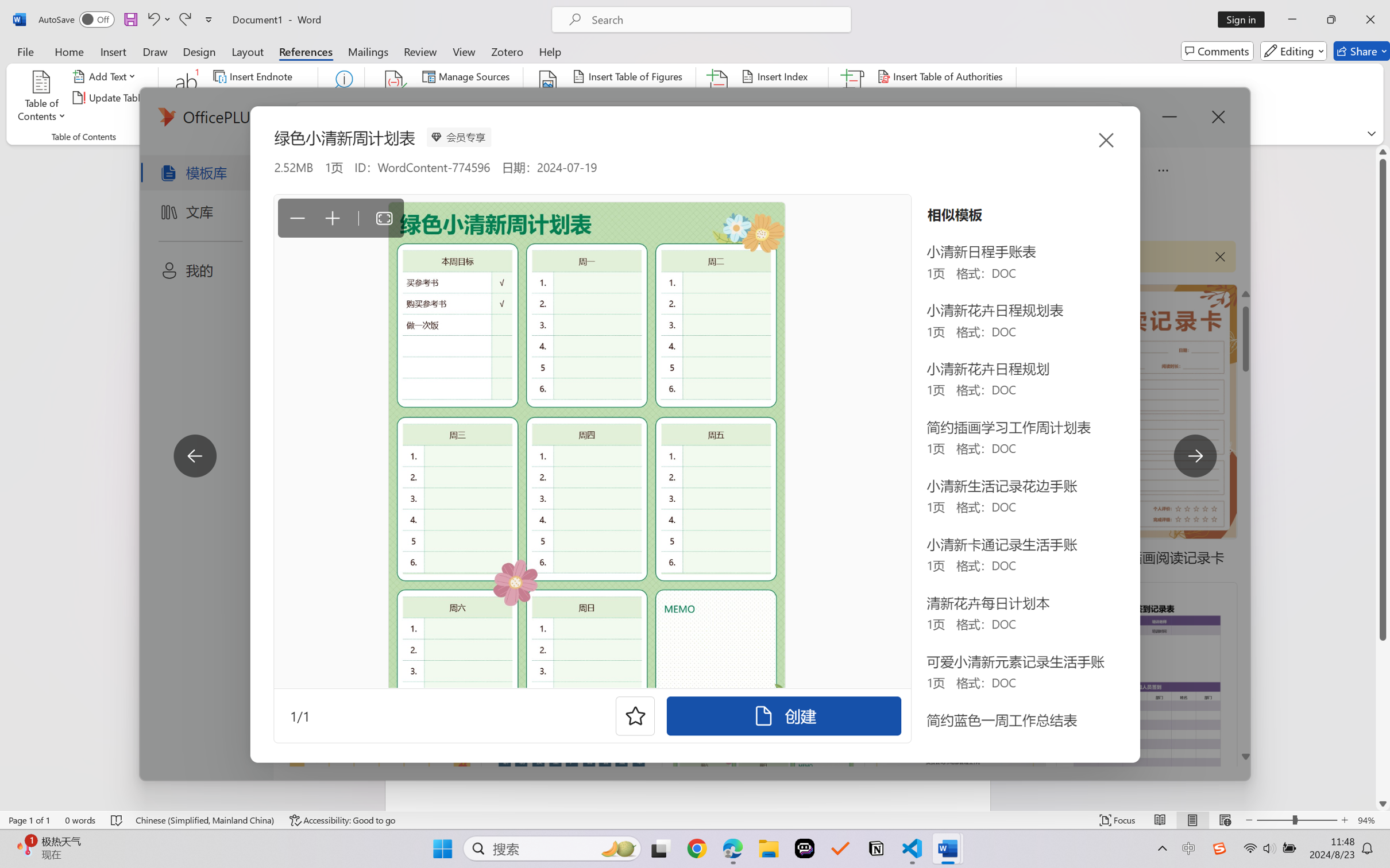 The image size is (1390, 868). I want to click on 'Manage Sources...', so click(468, 75).